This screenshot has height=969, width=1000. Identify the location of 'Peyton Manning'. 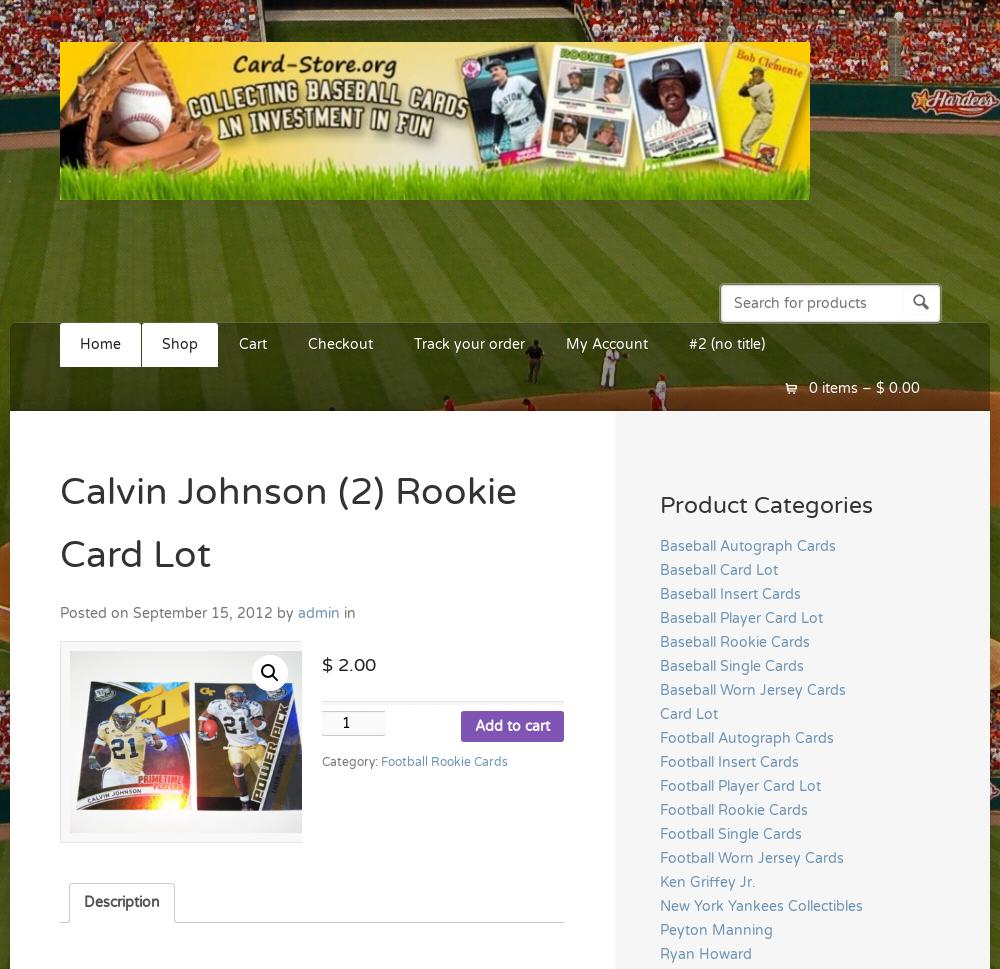
(715, 929).